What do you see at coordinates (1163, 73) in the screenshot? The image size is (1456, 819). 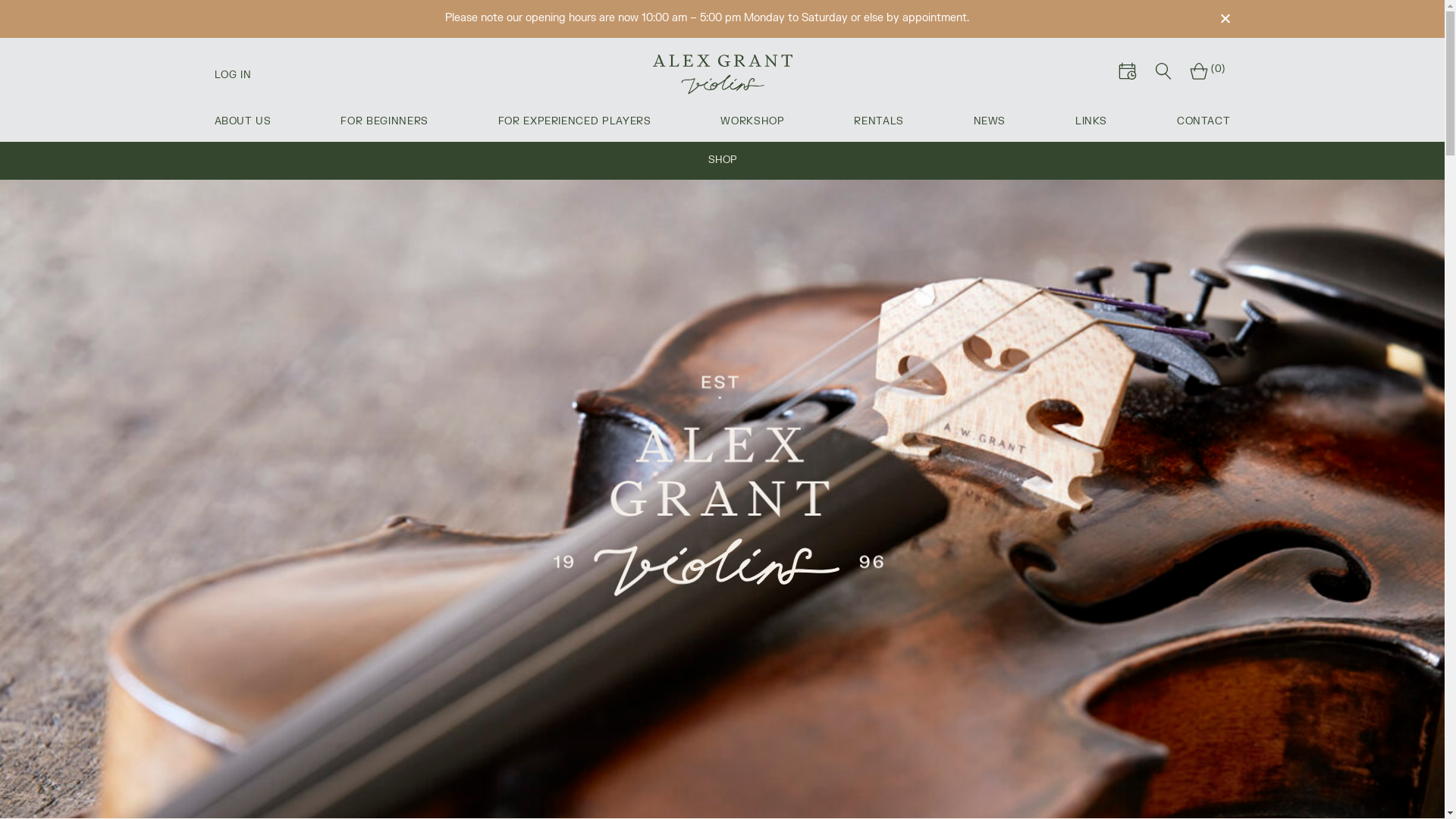 I see `'Search'` at bounding box center [1163, 73].